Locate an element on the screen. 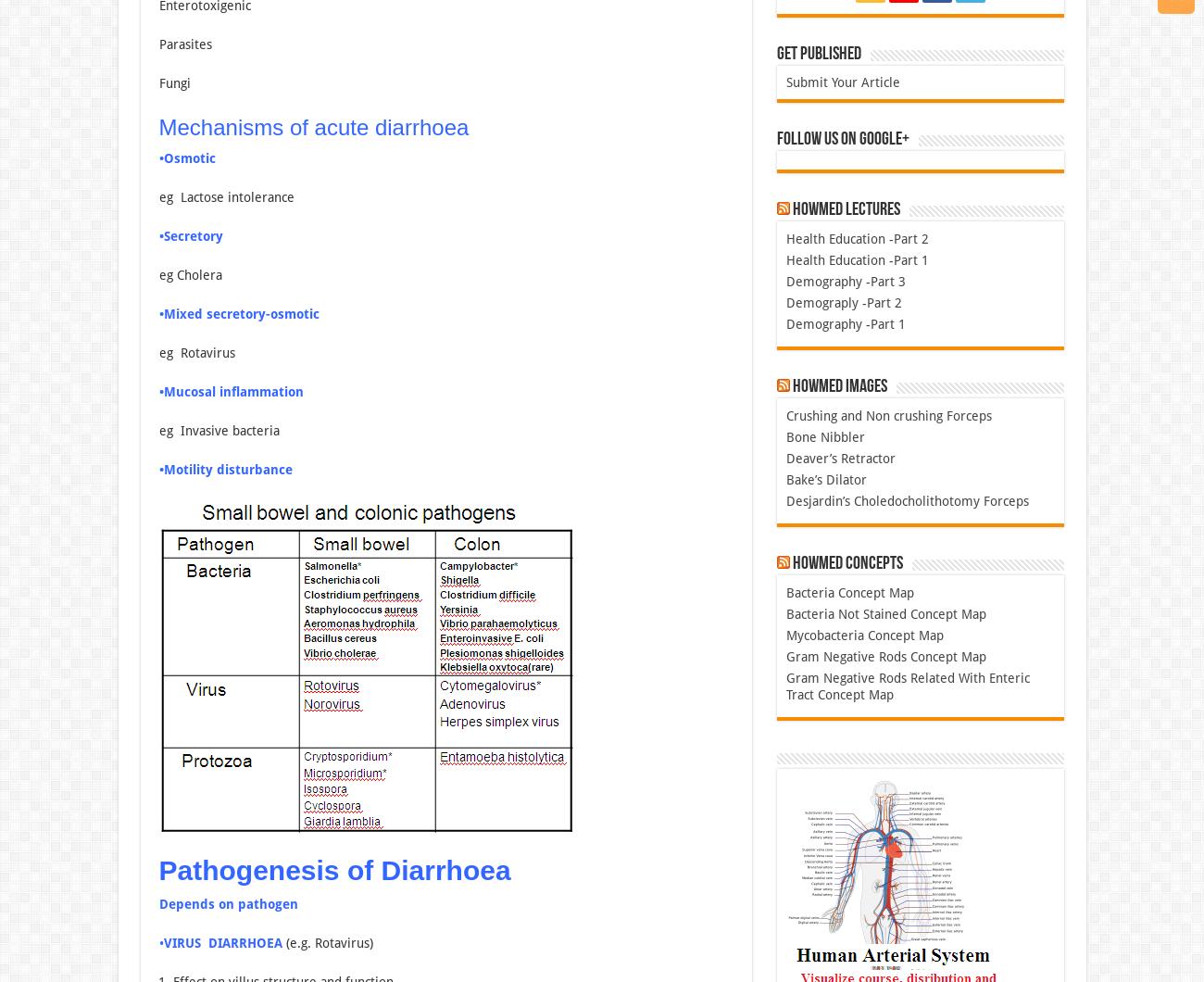 This screenshot has width=1204, height=982. 'howMed Concepts' is located at coordinates (846, 563).